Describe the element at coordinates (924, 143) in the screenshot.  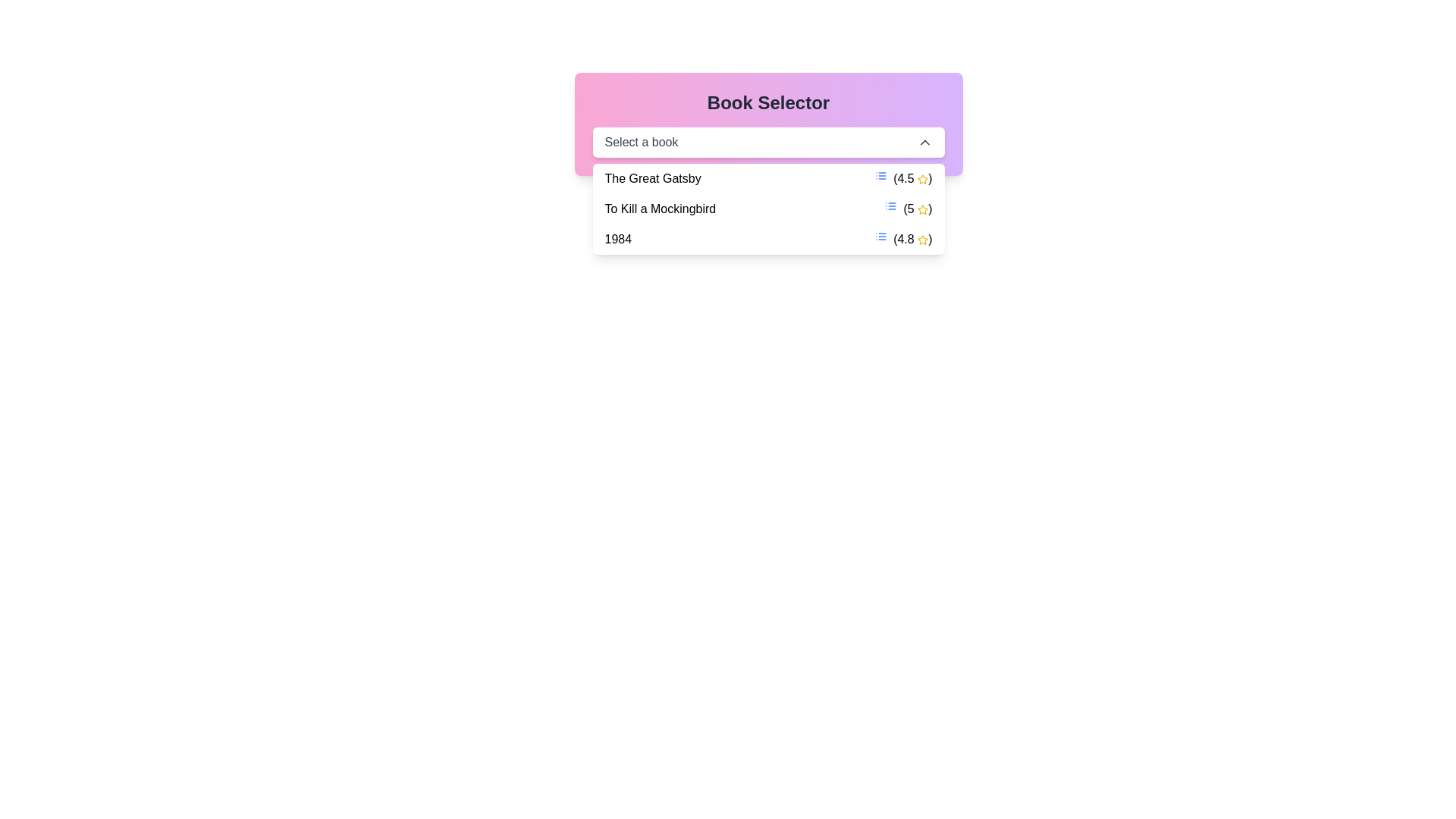
I see `the chevron indicator icon button` at that location.